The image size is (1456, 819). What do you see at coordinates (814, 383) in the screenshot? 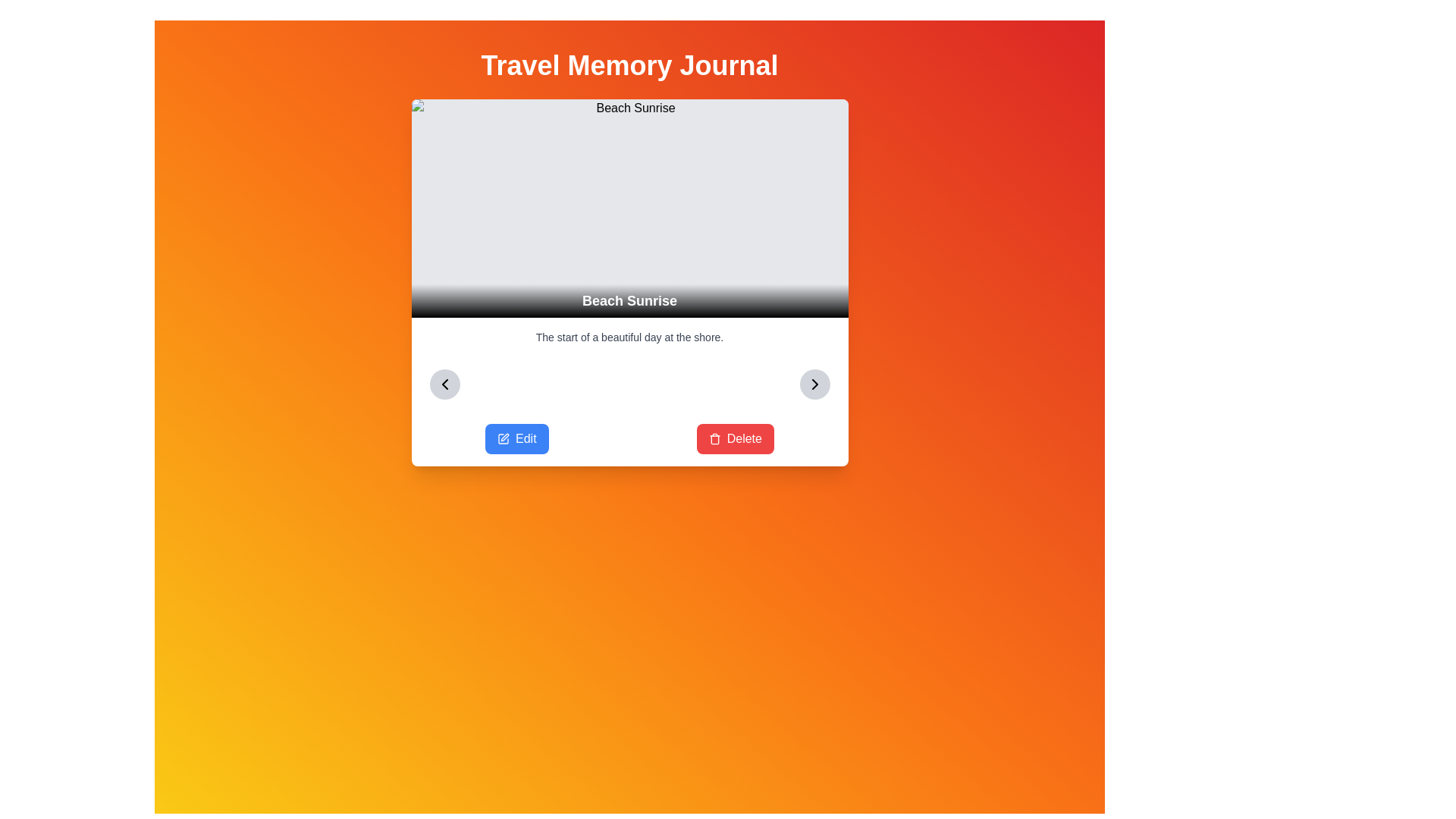
I see `the second circular button with a light gray background and a right-pointing arrow icon` at bounding box center [814, 383].